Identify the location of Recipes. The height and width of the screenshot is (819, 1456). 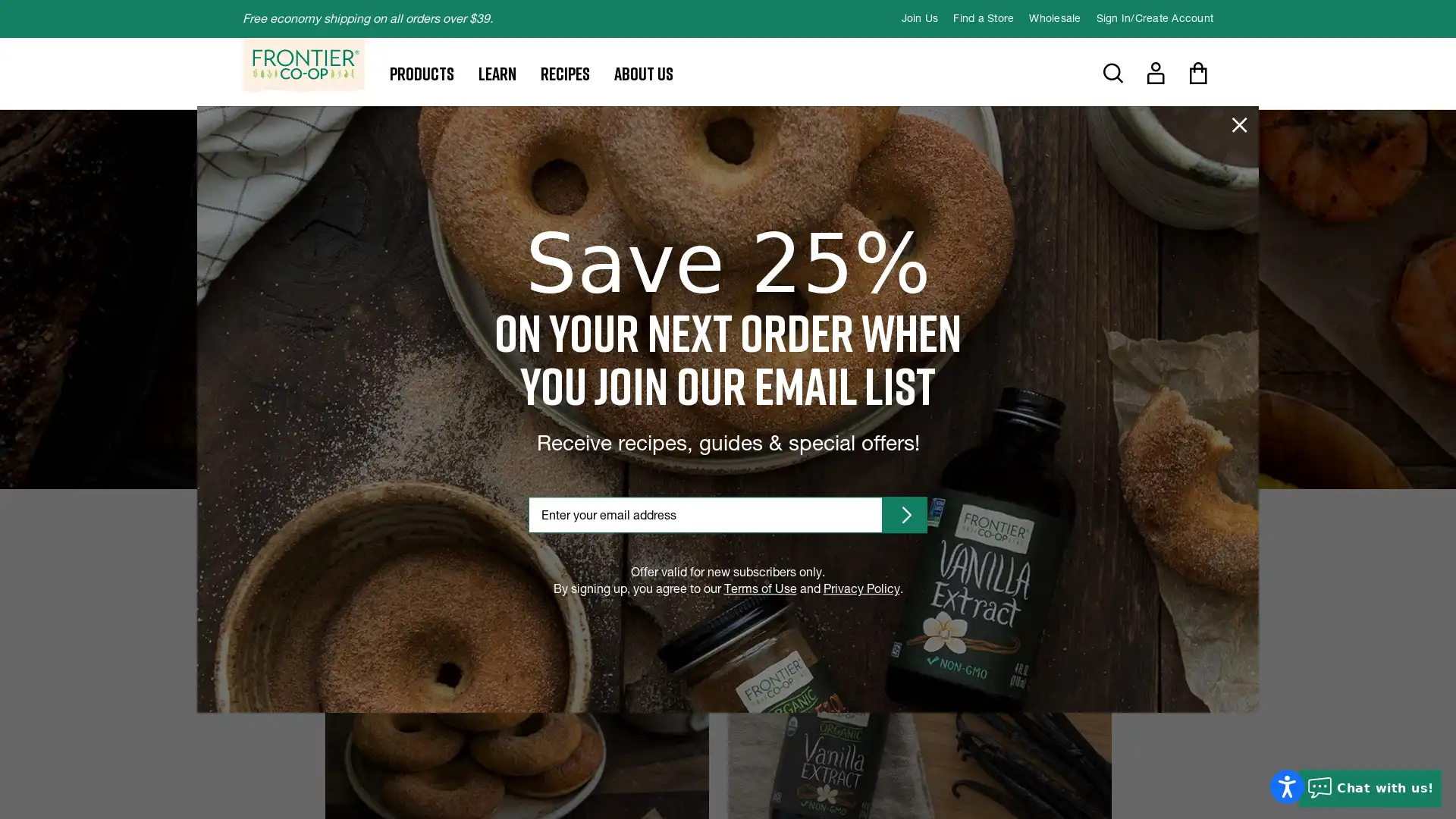
(564, 73).